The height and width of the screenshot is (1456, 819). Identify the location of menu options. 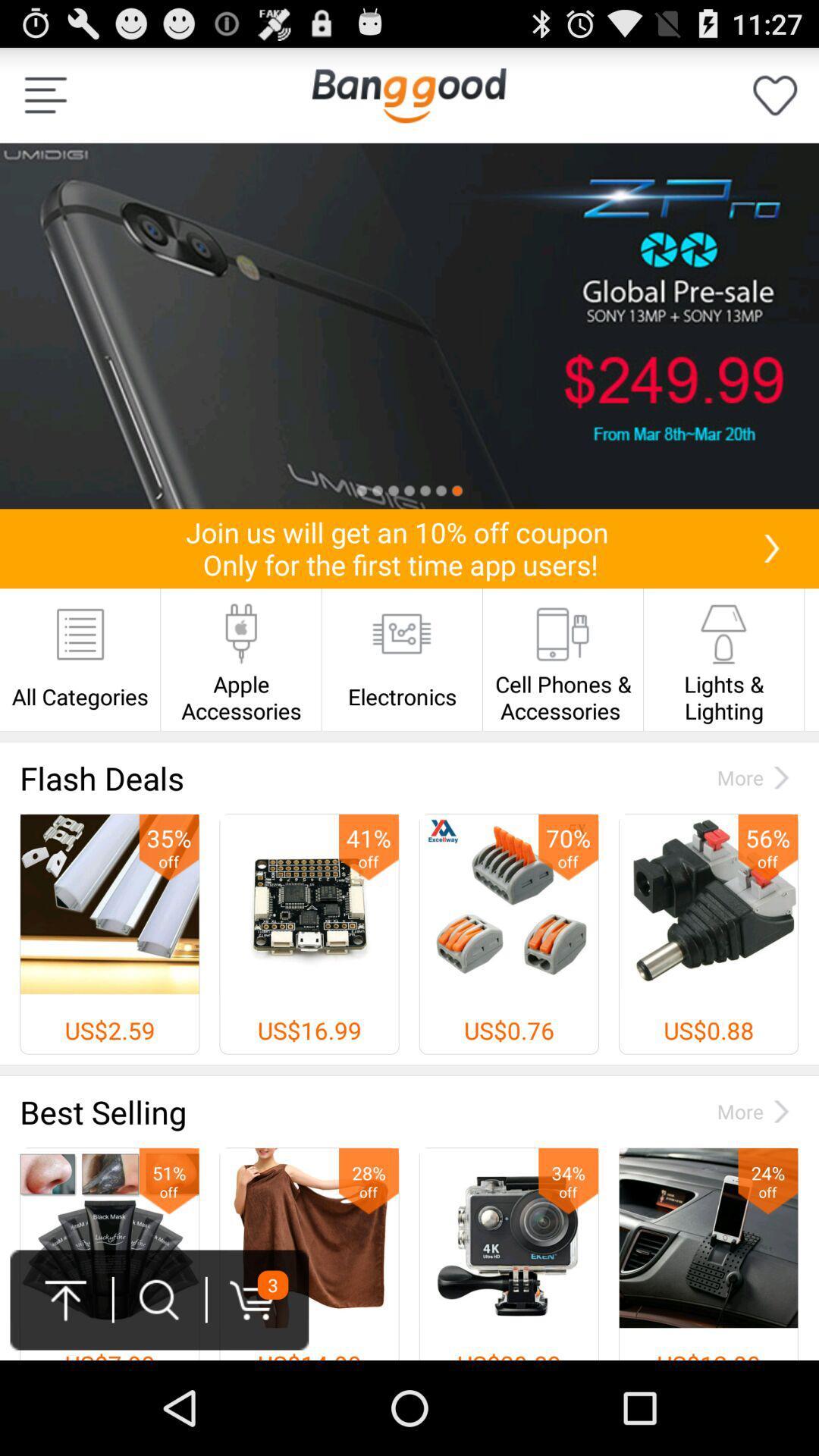
(45, 94).